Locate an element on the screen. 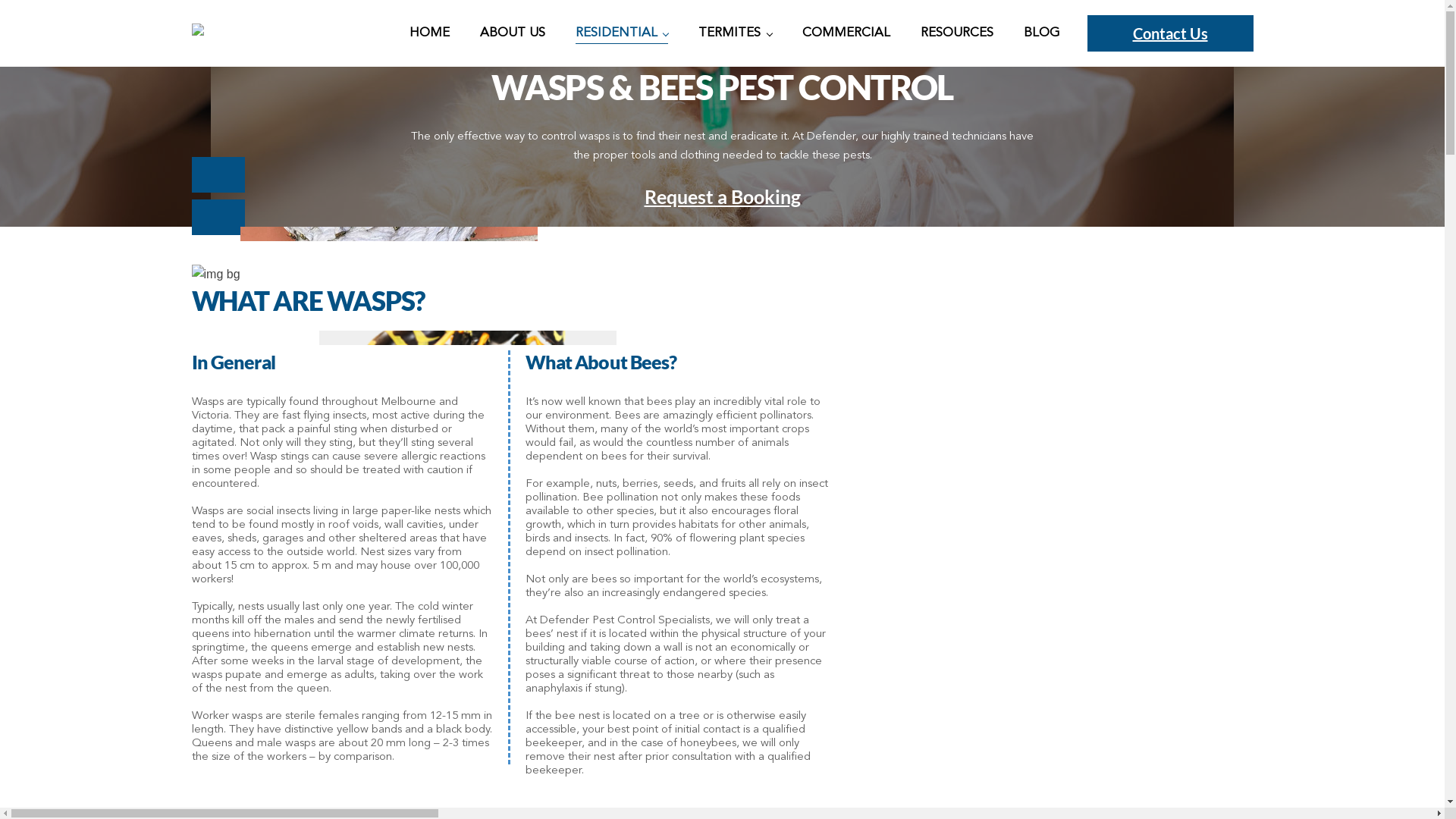  'RESIDENTIAL' is located at coordinates (622, 33).